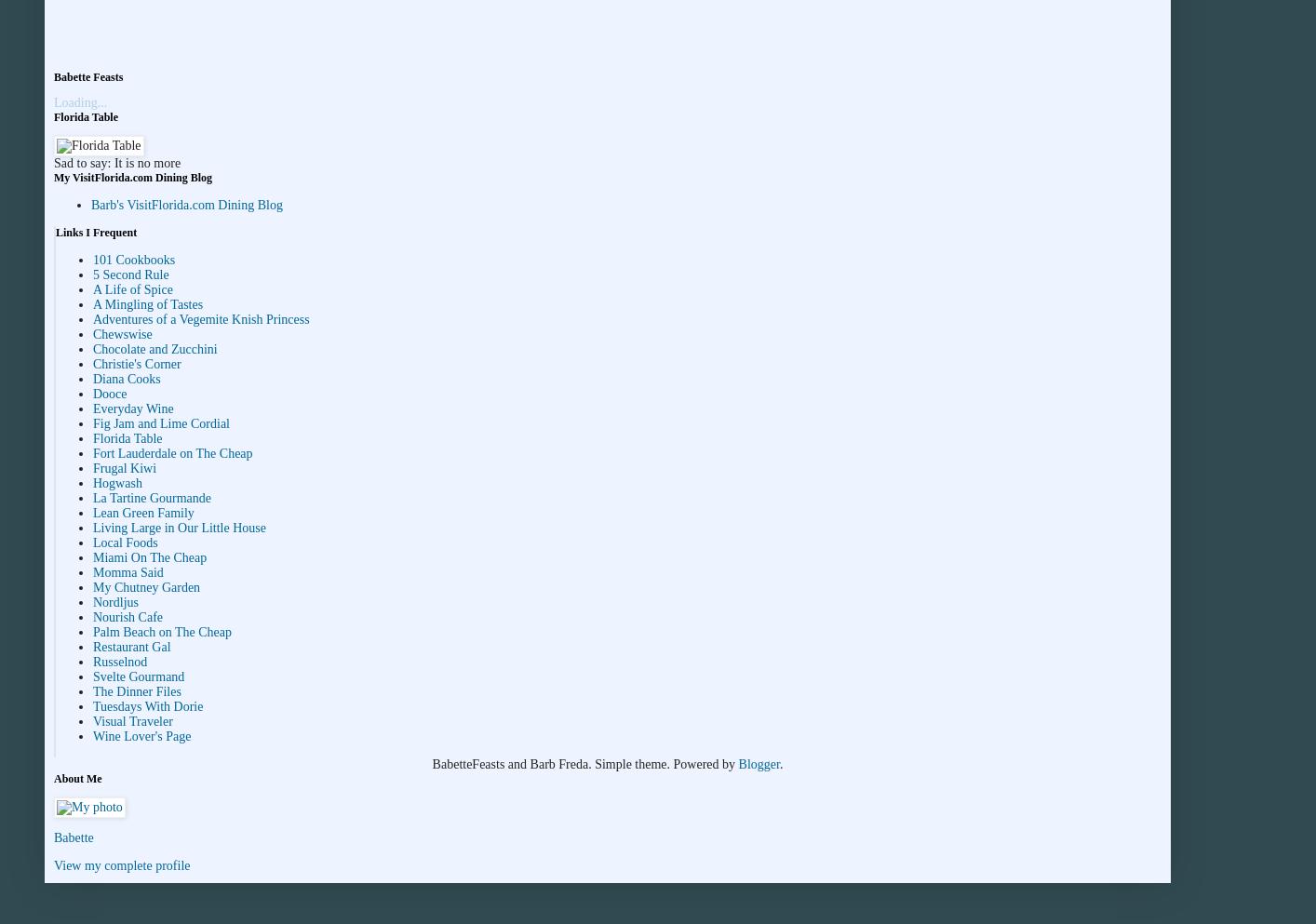 The width and height of the screenshot is (1316, 924). Describe the element at coordinates (780, 764) in the screenshot. I see `'.'` at that location.